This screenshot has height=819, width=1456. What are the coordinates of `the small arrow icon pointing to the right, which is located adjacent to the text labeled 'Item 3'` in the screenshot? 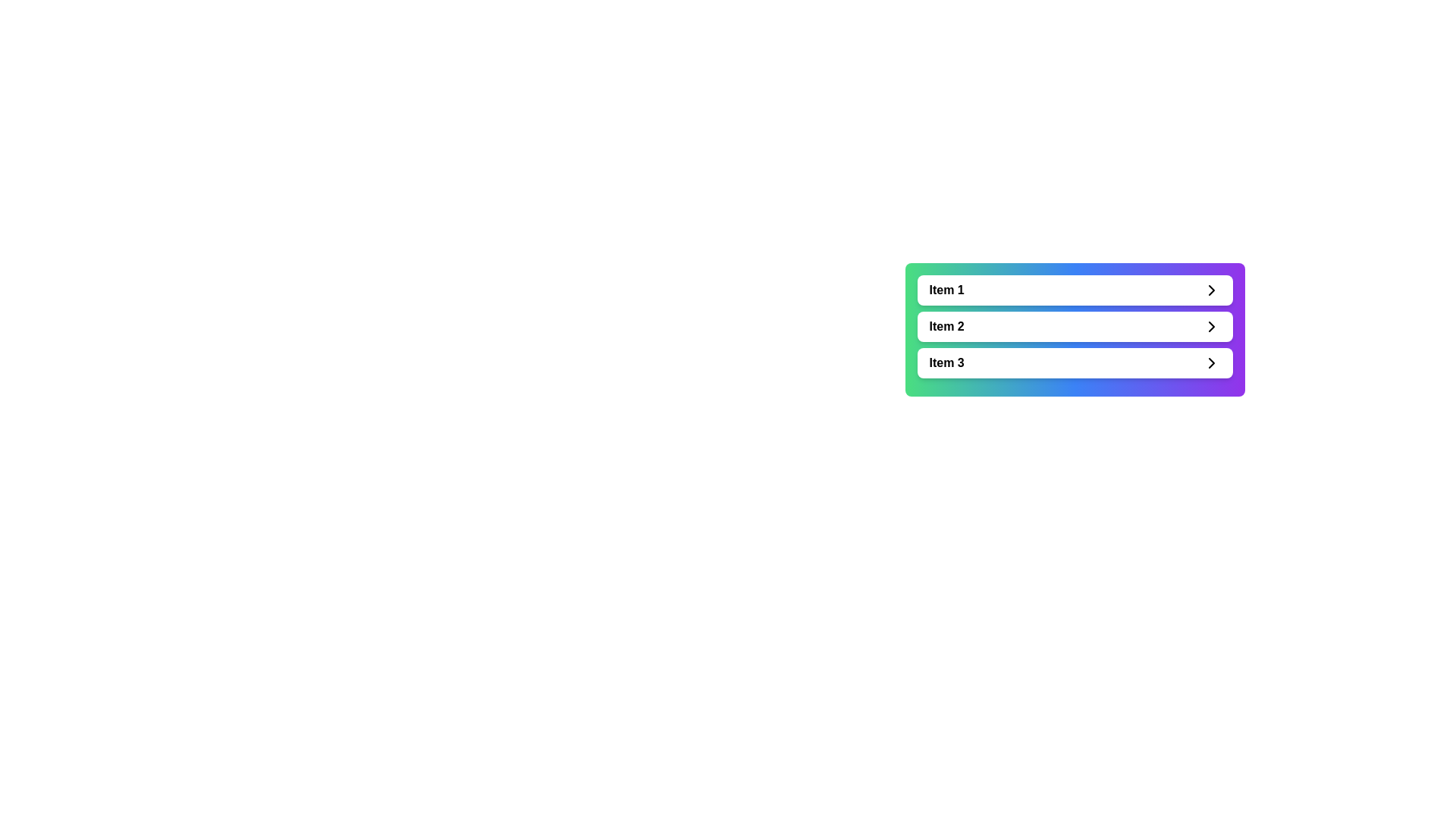 It's located at (1210, 362).